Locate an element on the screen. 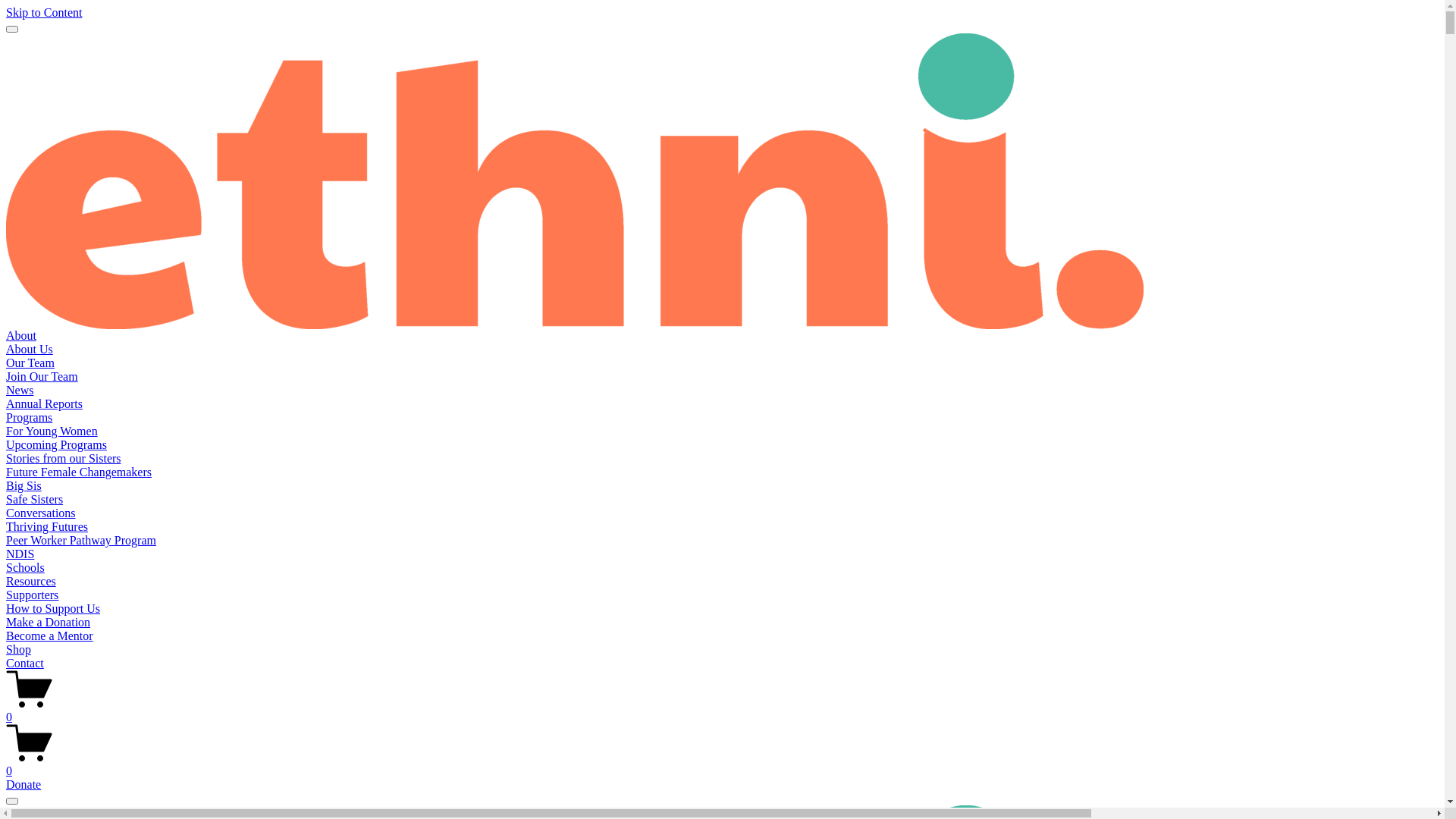  'Our Team' is located at coordinates (30, 362).